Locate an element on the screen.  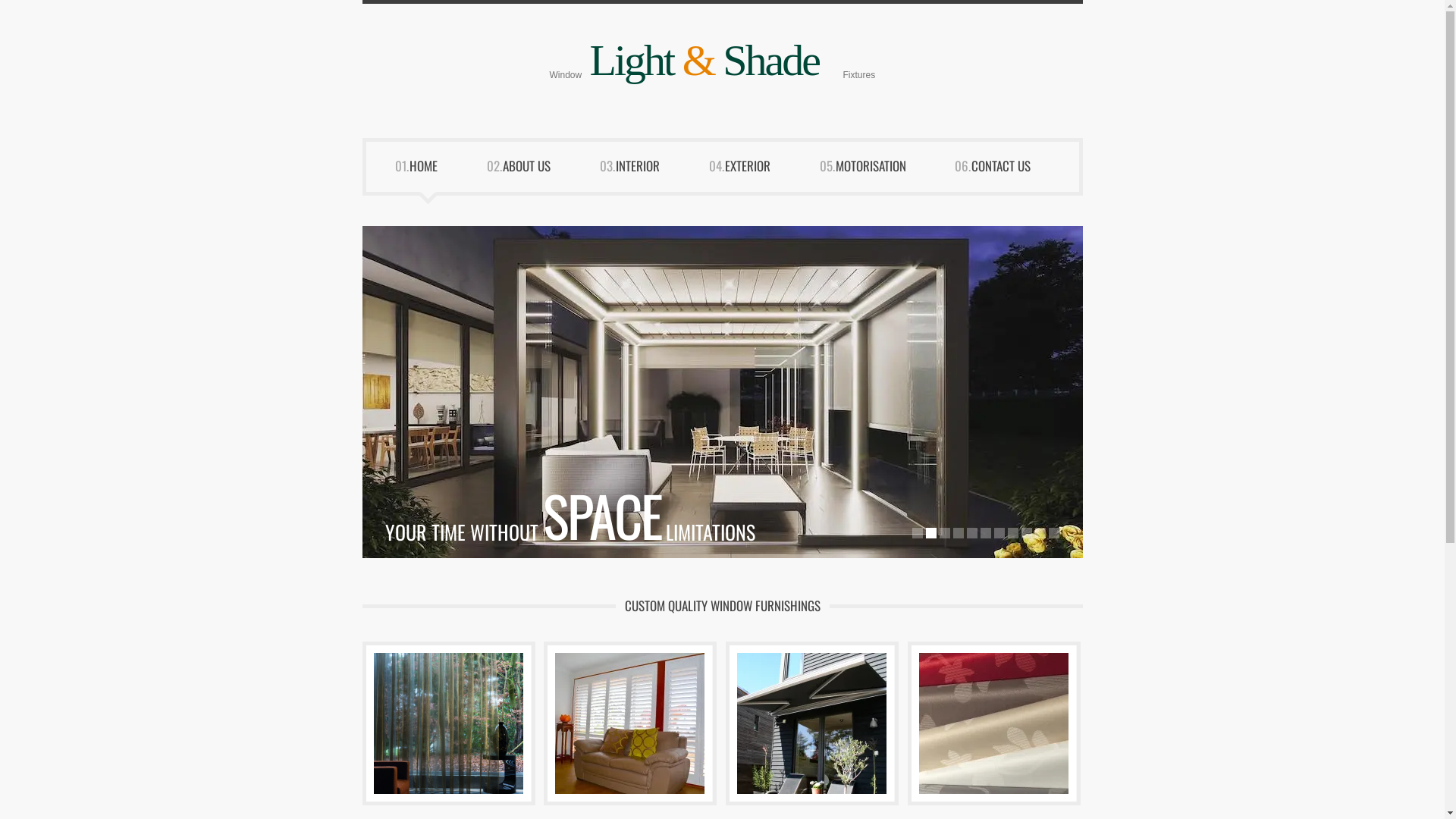
'1' is located at coordinates (916, 532).